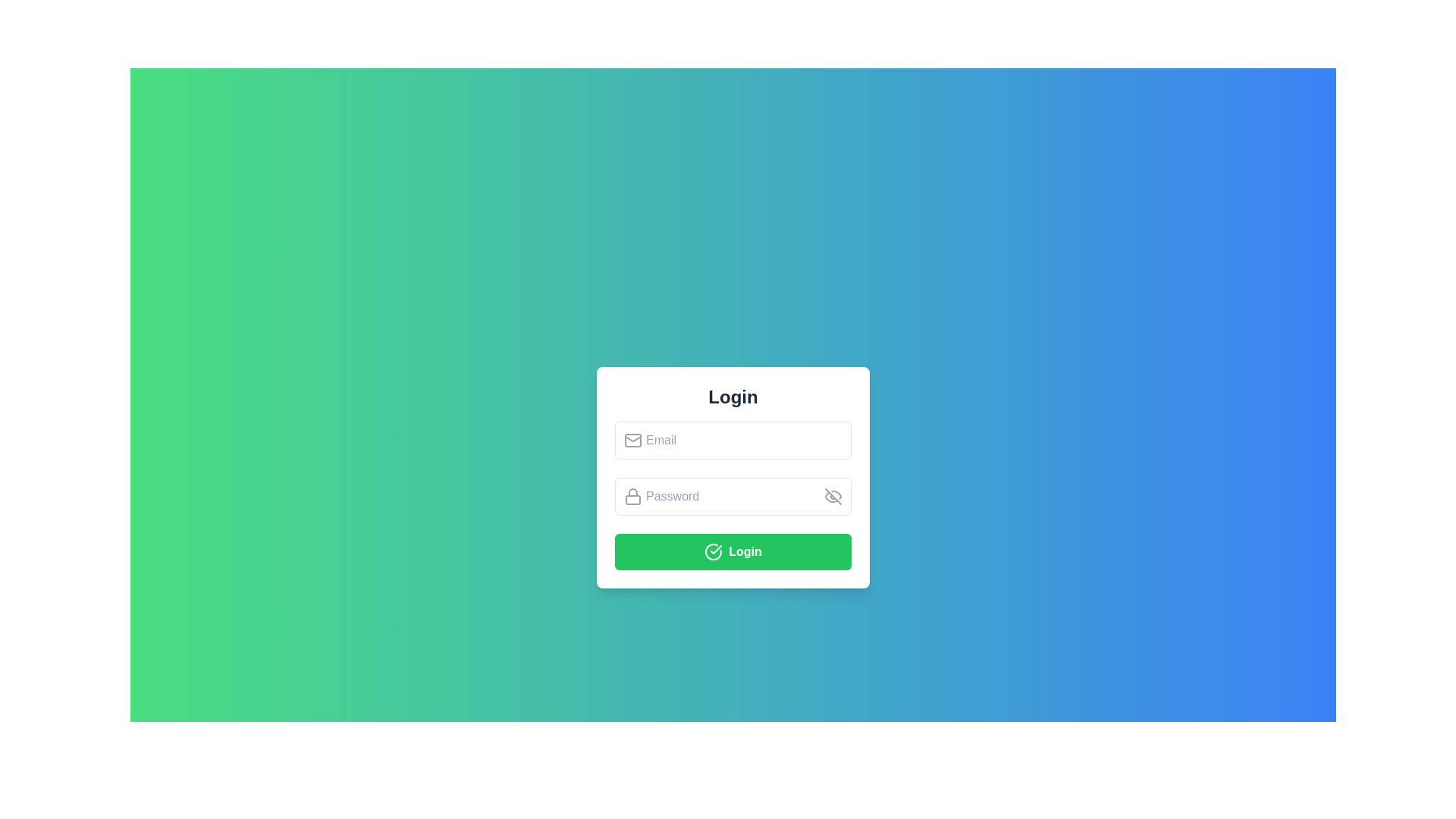 This screenshot has height=819, width=1456. Describe the element at coordinates (833, 496) in the screenshot. I see `the toggle button to obscure or reveal the text in the associated password input field, which is positioned to the right of the password input field` at that location.